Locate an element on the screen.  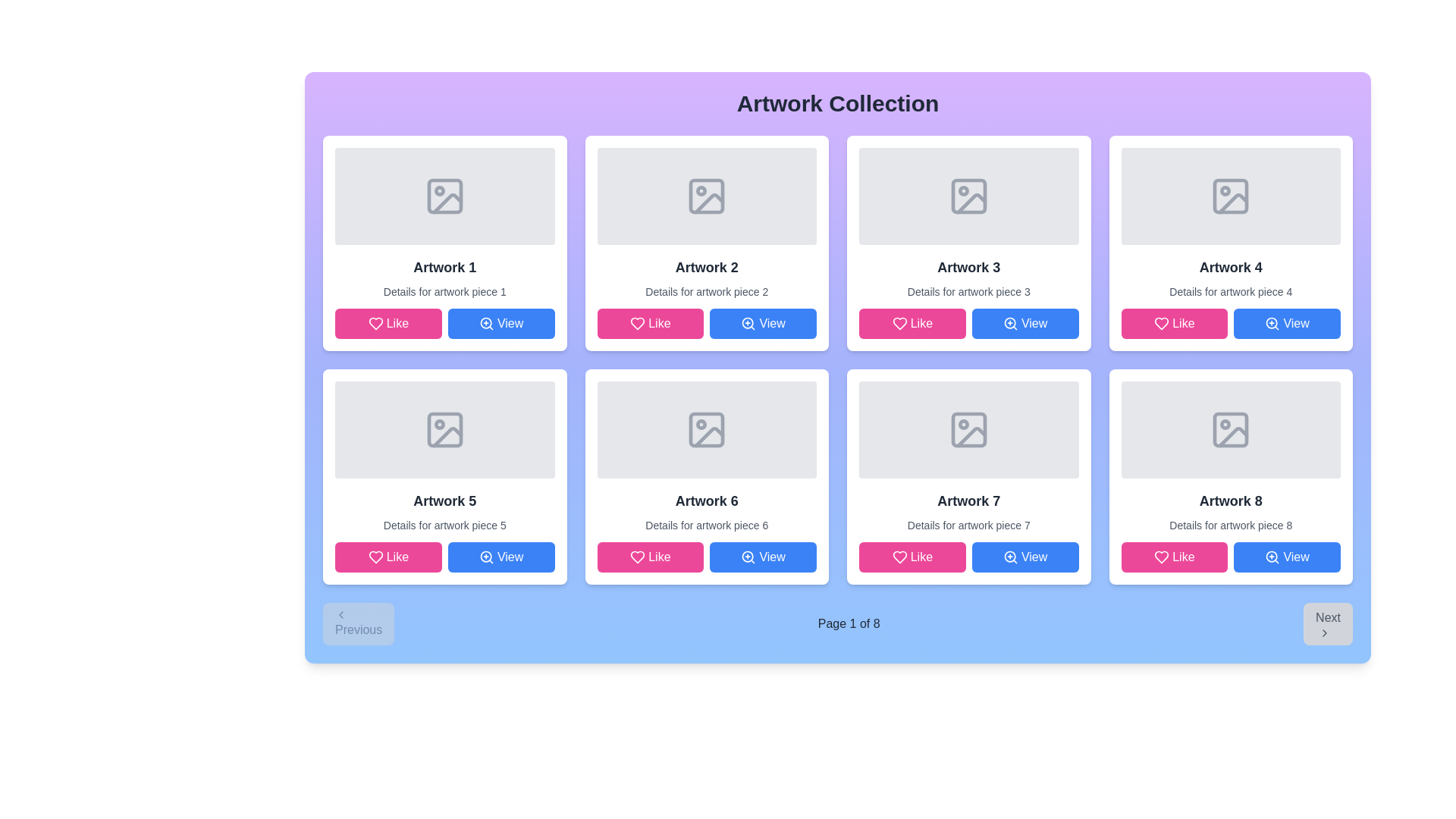
the 'Like' button in the Grouped button component located beneath the title of 'Artwork 8' to like the artwork is located at coordinates (1230, 557).